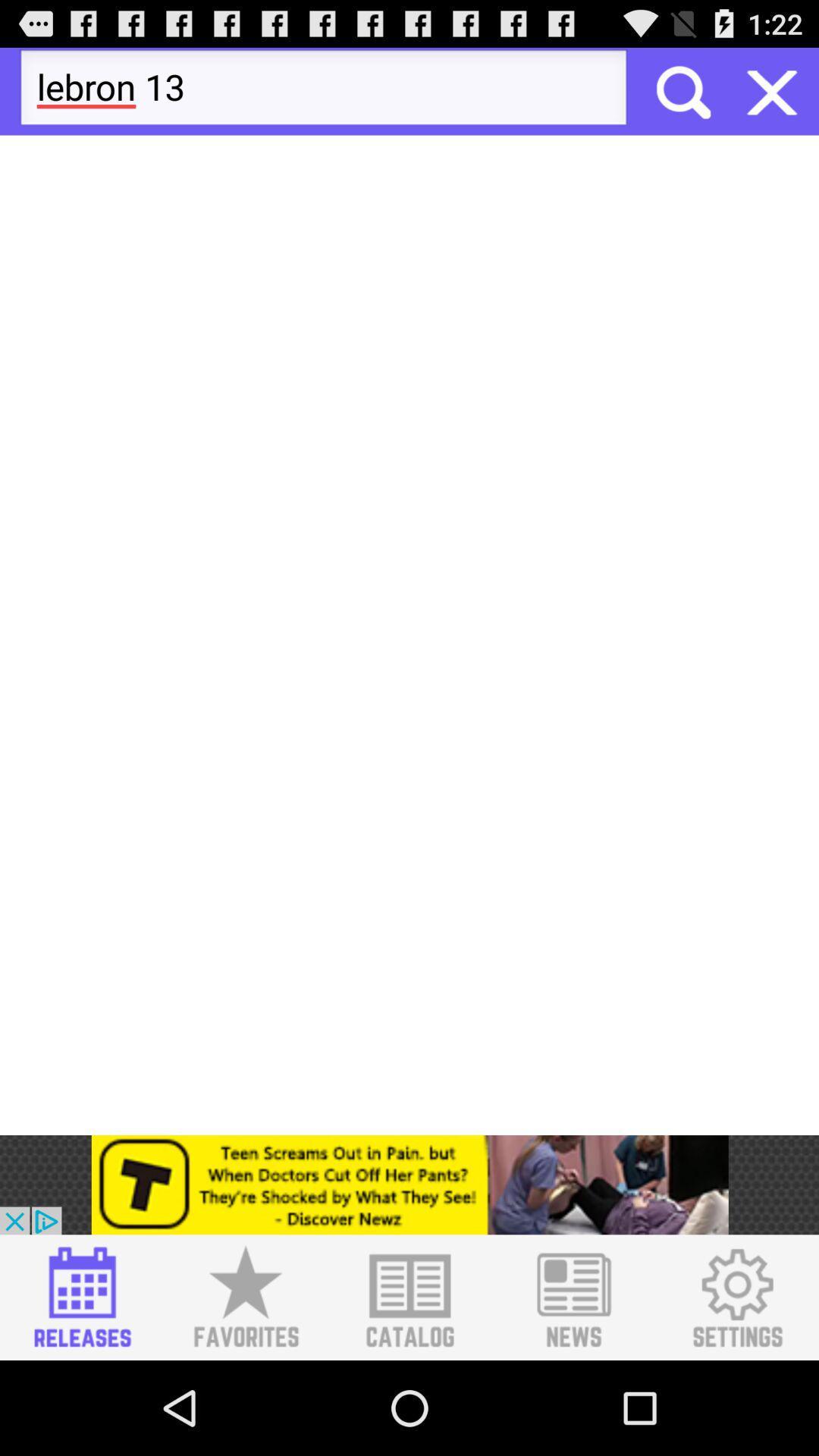  Describe the element at coordinates (82, 1297) in the screenshot. I see `sneaker releases` at that location.